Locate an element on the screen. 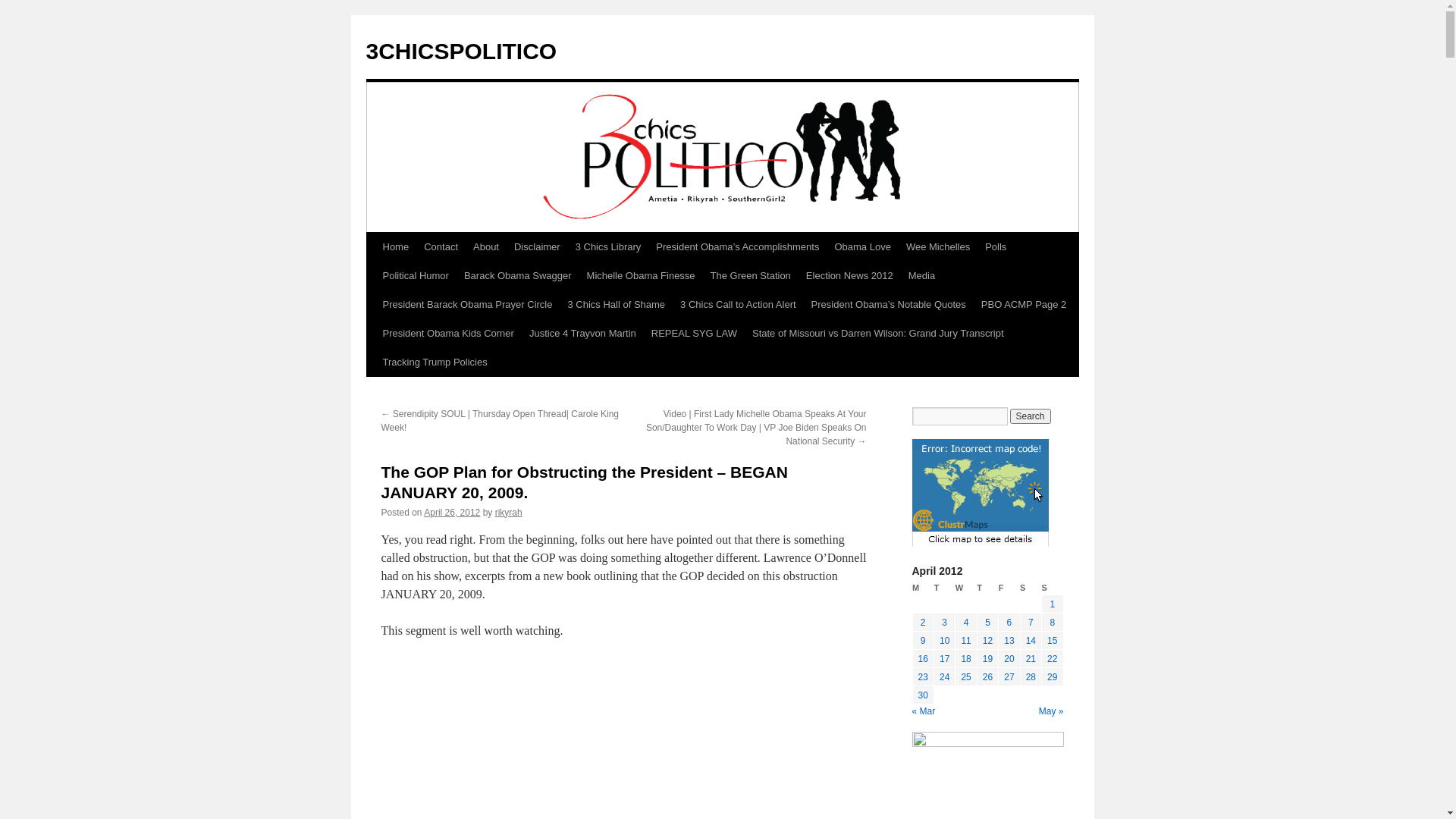  '11' is located at coordinates (965, 640).